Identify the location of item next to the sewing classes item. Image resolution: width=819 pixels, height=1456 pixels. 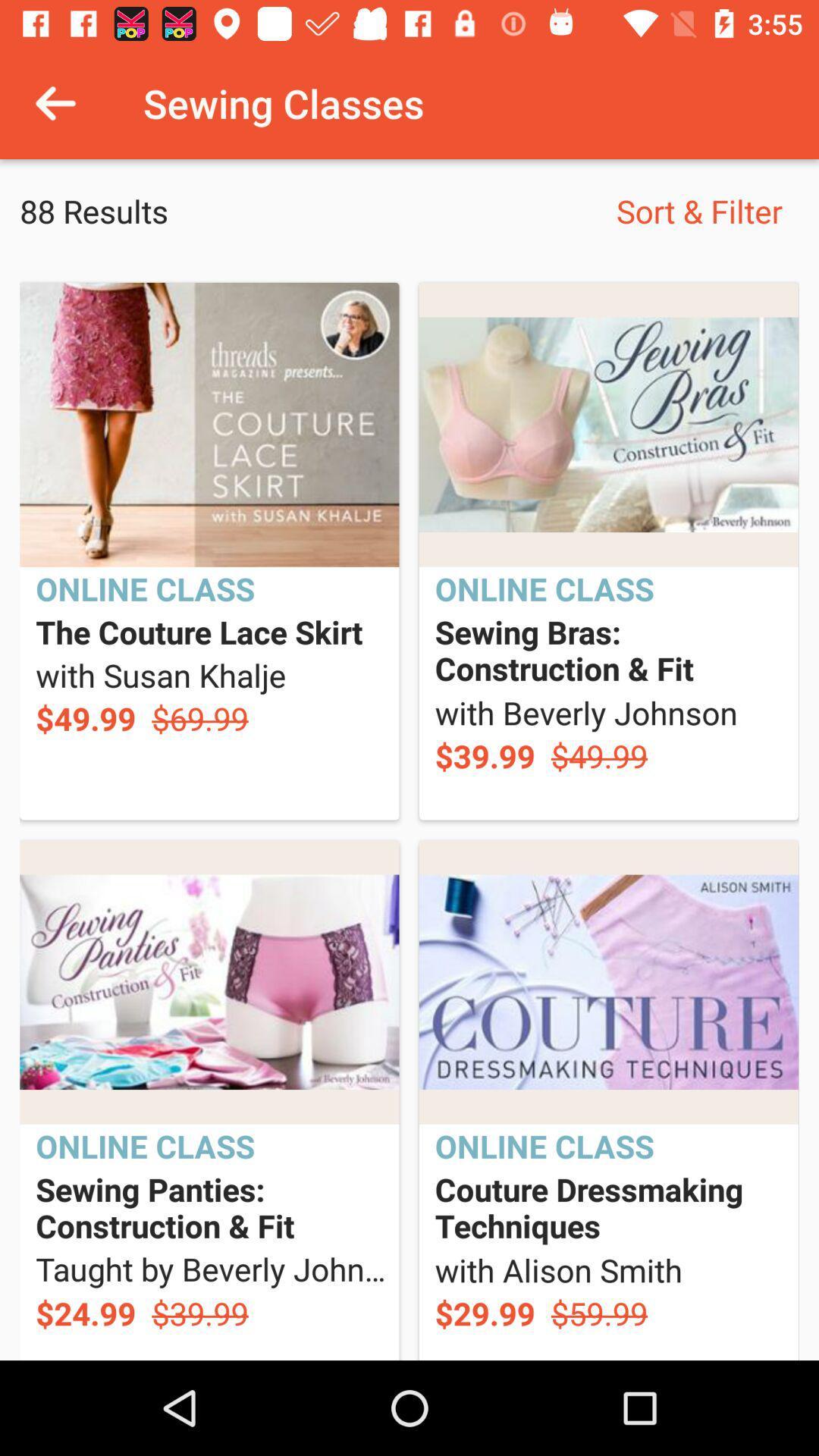
(55, 102).